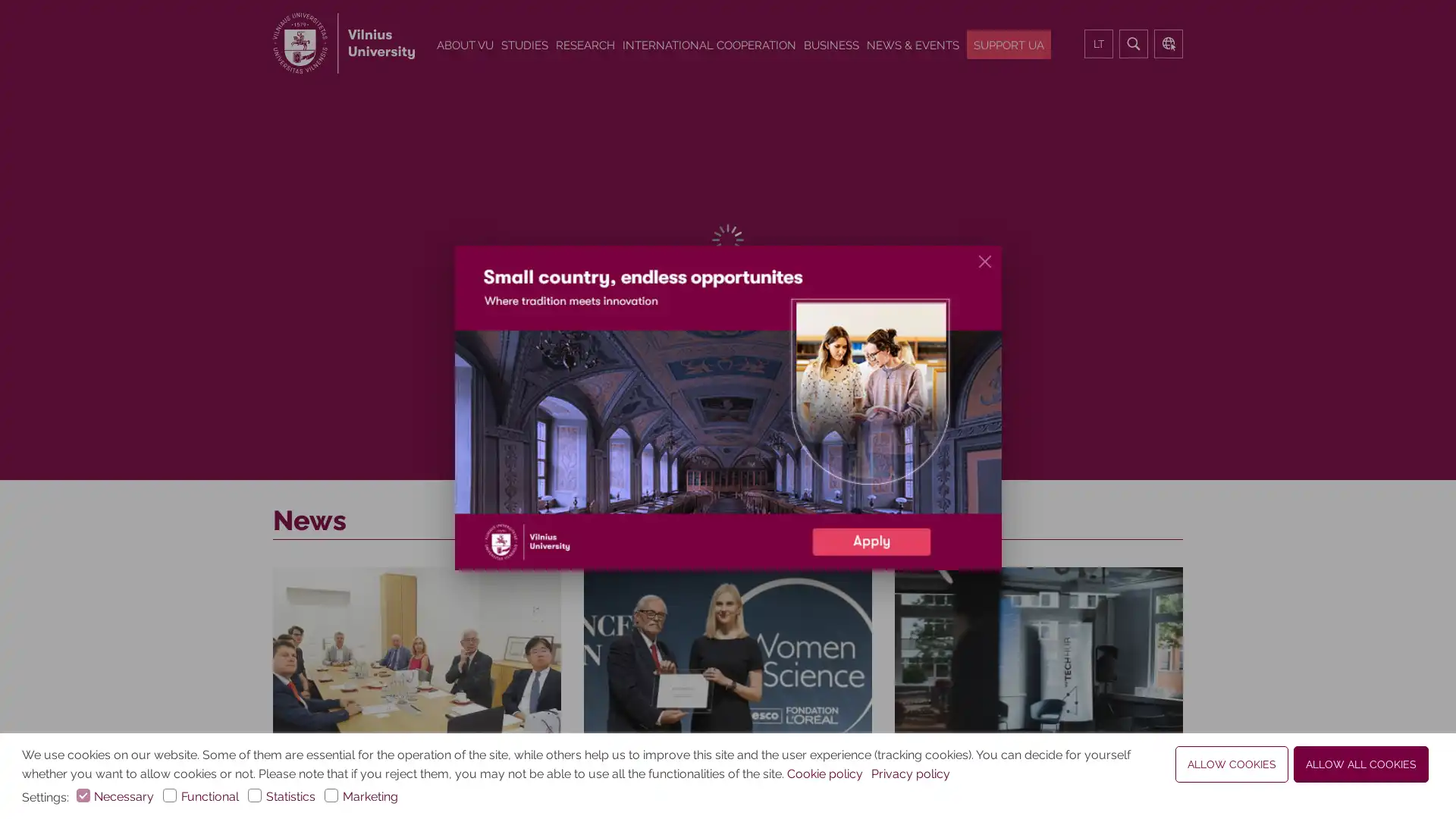  Describe the element at coordinates (1232, 764) in the screenshot. I see `allow cookies` at that location.